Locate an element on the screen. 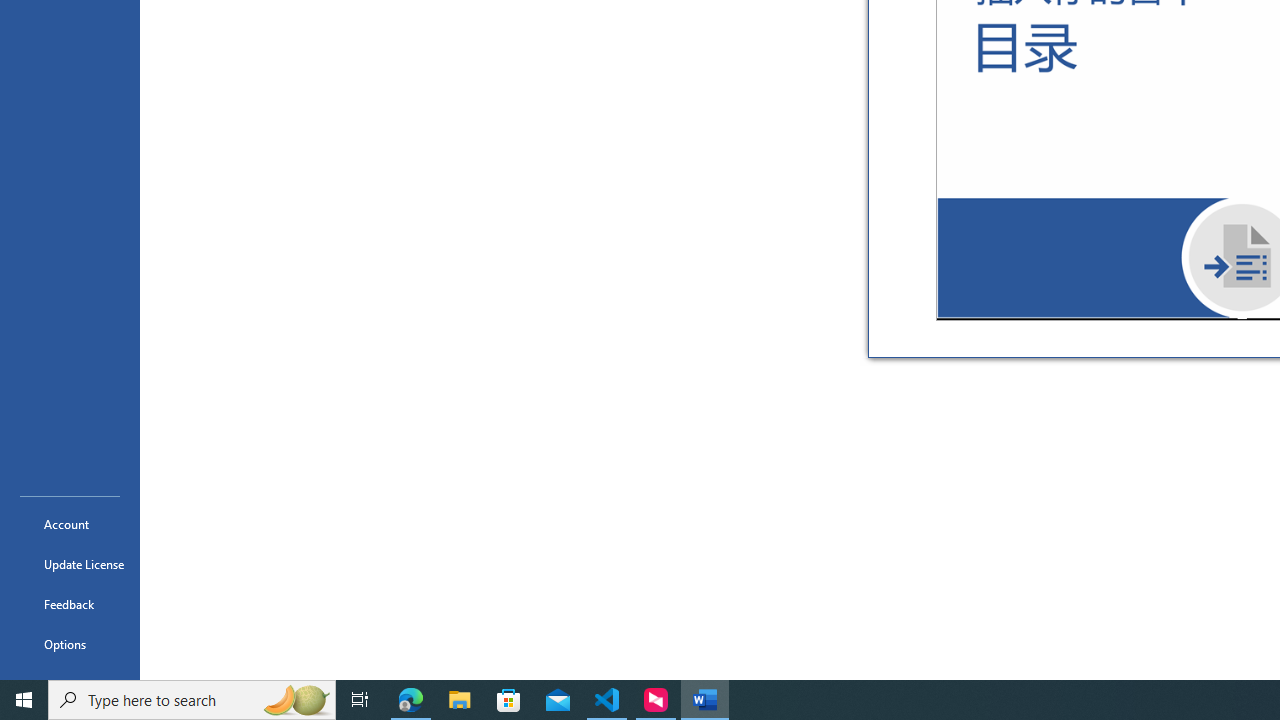 This screenshot has width=1280, height=720. 'Visual Studio Code - 1 running window' is located at coordinates (606, 698).